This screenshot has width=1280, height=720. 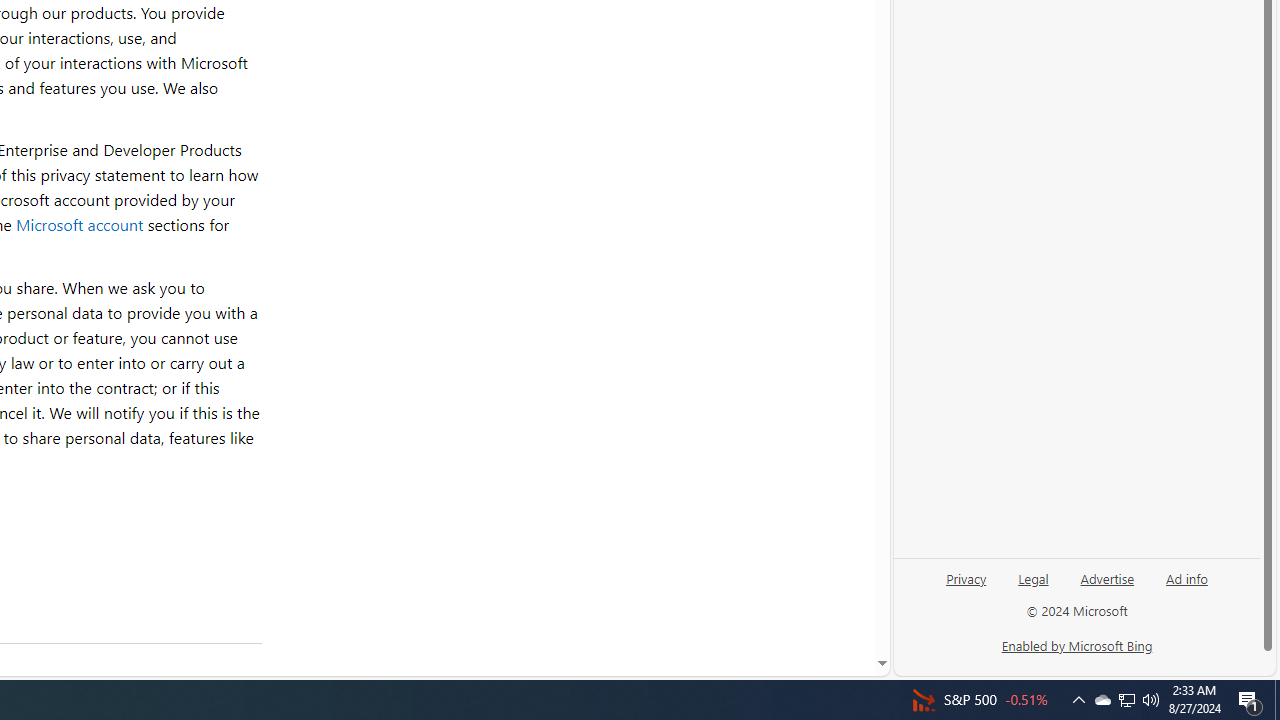 What do you see at coordinates (79, 225) in the screenshot?
I see `'Microsoft account'` at bounding box center [79, 225].